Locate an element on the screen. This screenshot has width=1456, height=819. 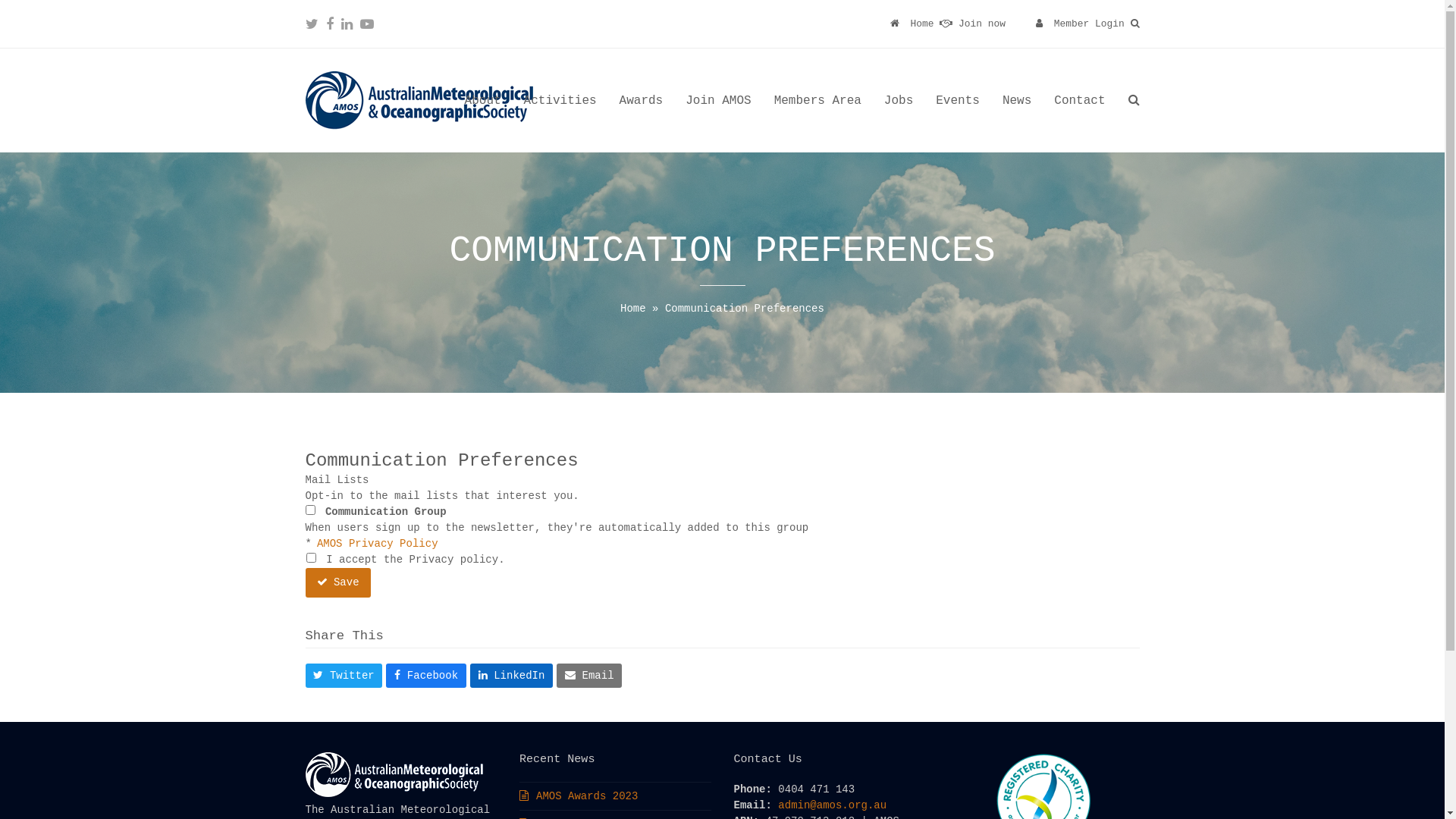
'Facebook' is located at coordinates (425, 675).